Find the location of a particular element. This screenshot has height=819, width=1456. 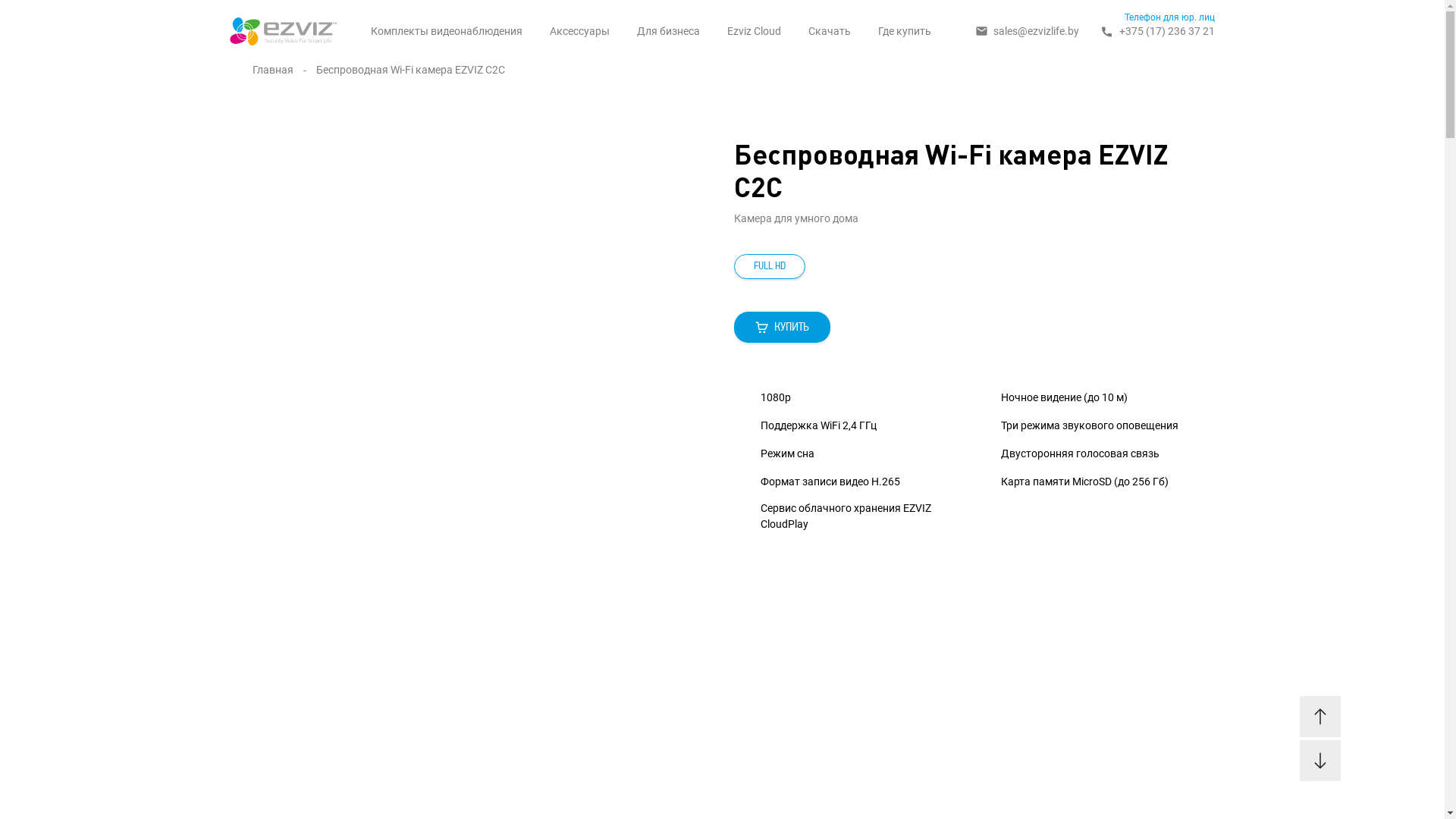

'Ezviz Cloud' is located at coordinates (754, 31).